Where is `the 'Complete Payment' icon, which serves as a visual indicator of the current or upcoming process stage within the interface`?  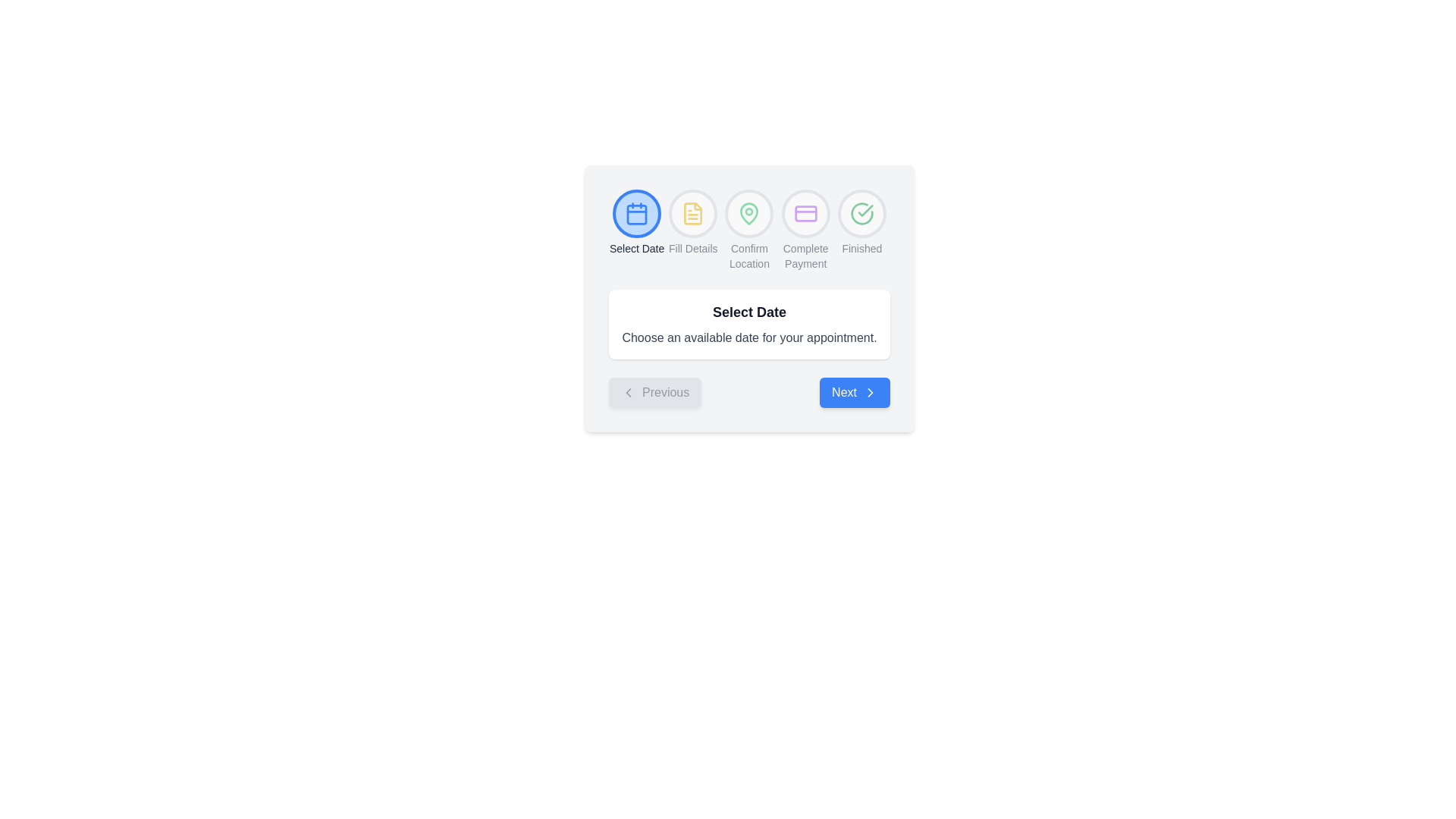
the 'Complete Payment' icon, which serves as a visual indicator of the current or upcoming process stage within the interface is located at coordinates (805, 213).